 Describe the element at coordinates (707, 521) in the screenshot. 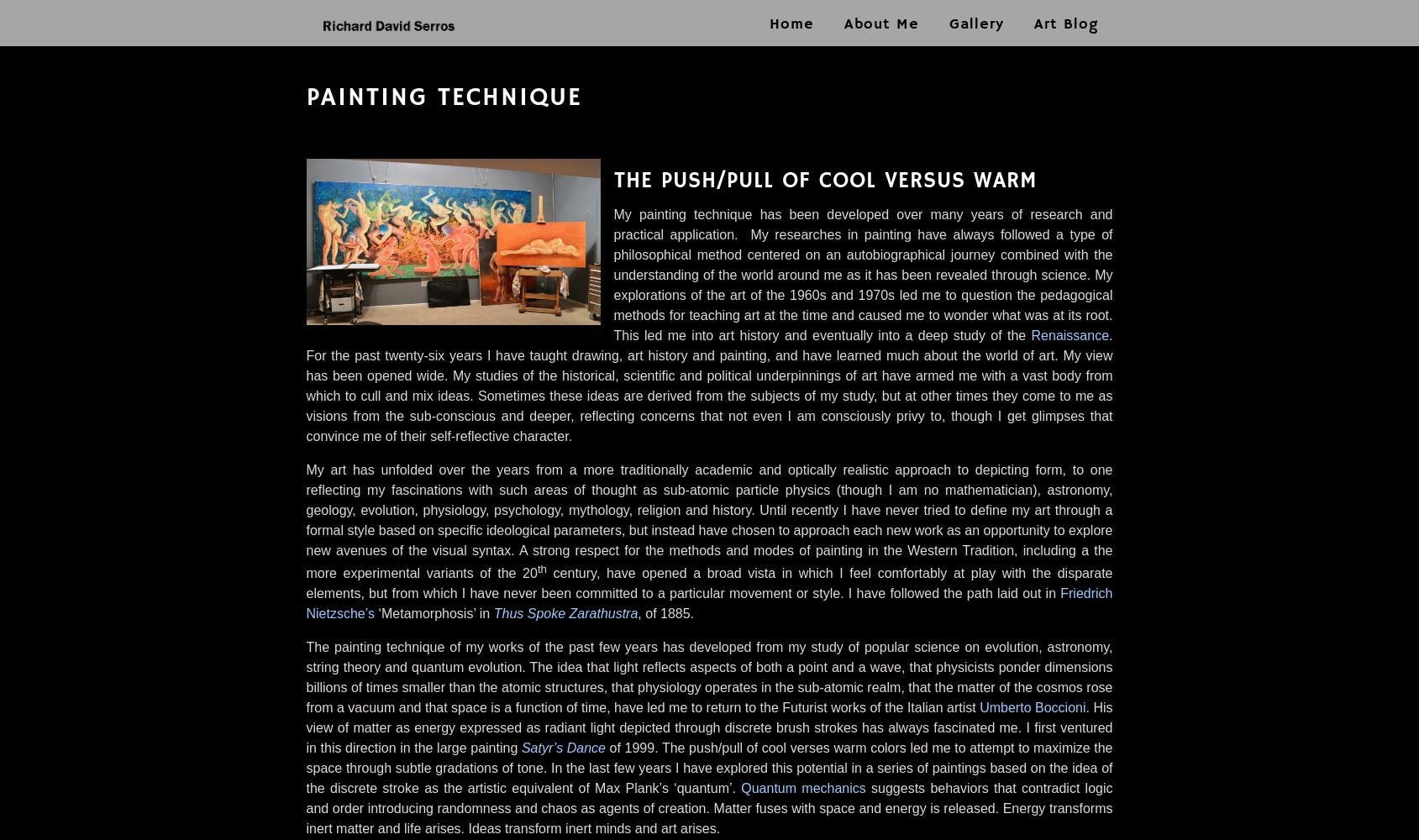

I see `'My art has unfolded over the years from a more traditionally academic and optically realistic approach to depicting form, to one reflecting my fascinations with such areas of thought as sub-atomic particle physics (though I am no mathematician), astronomy, geology, evolution, physiology, psychology, mythology, religion and history. Until recently I have never tried to define my art through a formal style based on specific ideological parameters, but instead have chosen to approach each new work as an opportunity to explore new avenues of the visual syntax. A strong respect for the methods and modes of painting in the Western Tradition, including a the more experimental variants of the 20'` at that location.